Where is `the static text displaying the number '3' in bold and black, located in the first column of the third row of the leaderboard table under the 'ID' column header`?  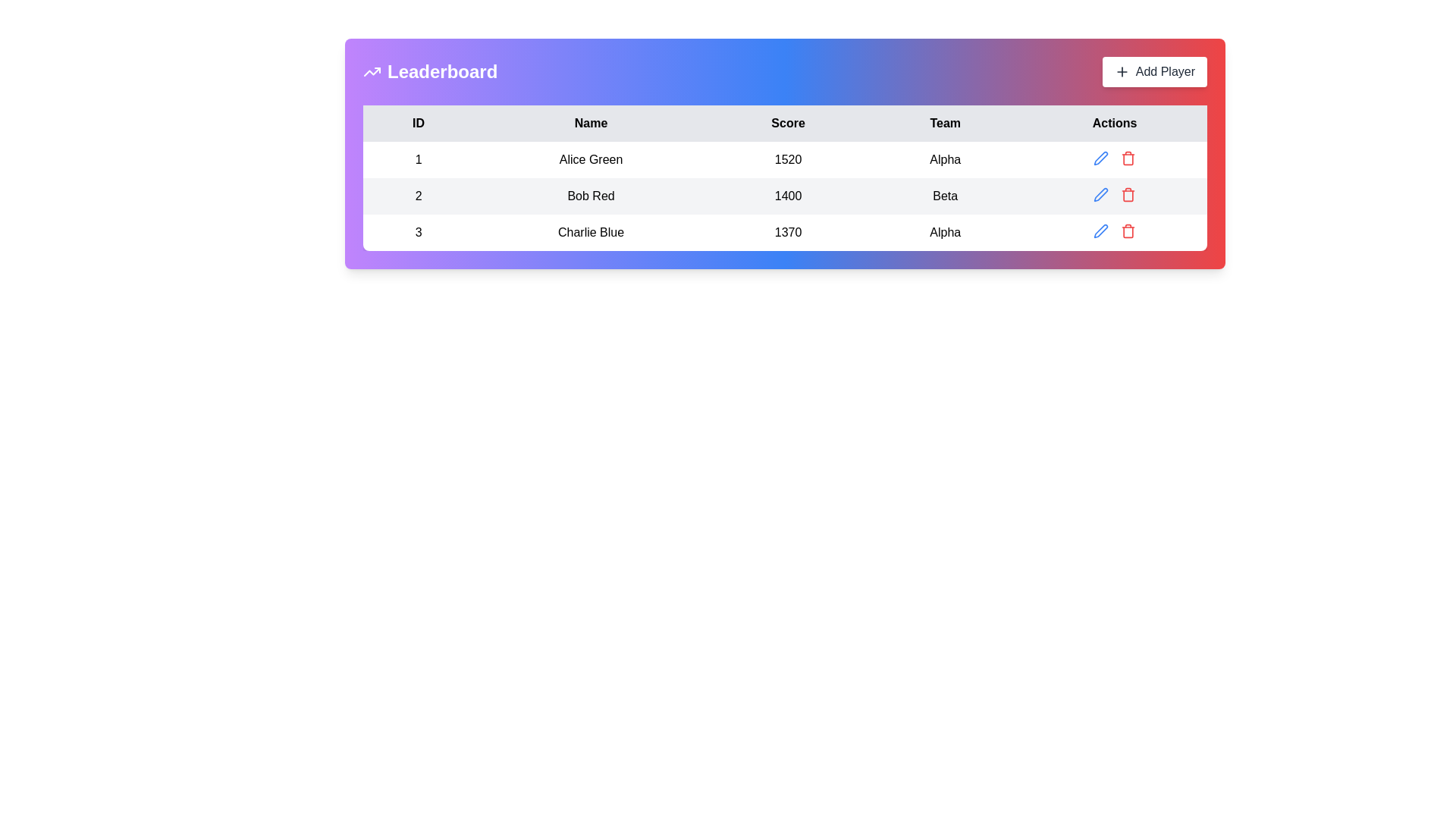 the static text displaying the number '3' in bold and black, located in the first column of the third row of the leaderboard table under the 'ID' column header is located at coordinates (419, 233).